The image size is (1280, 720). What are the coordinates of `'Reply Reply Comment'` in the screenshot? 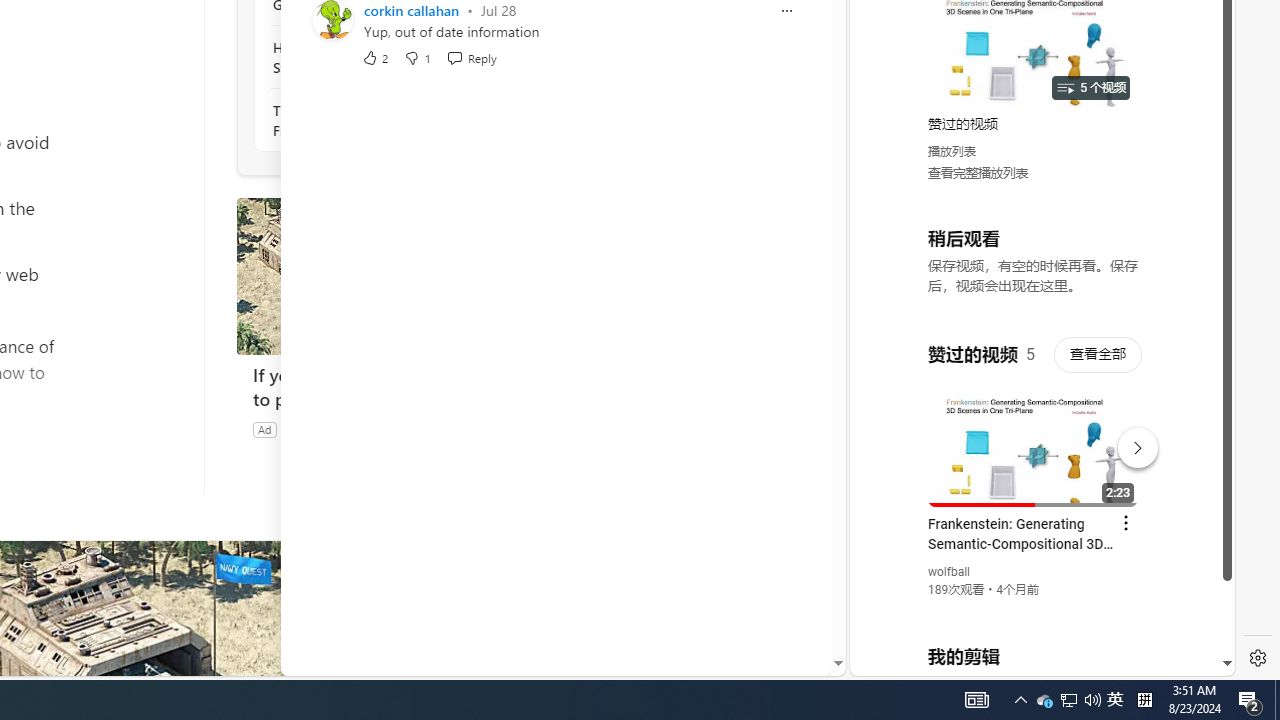 It's located at (470, 56).